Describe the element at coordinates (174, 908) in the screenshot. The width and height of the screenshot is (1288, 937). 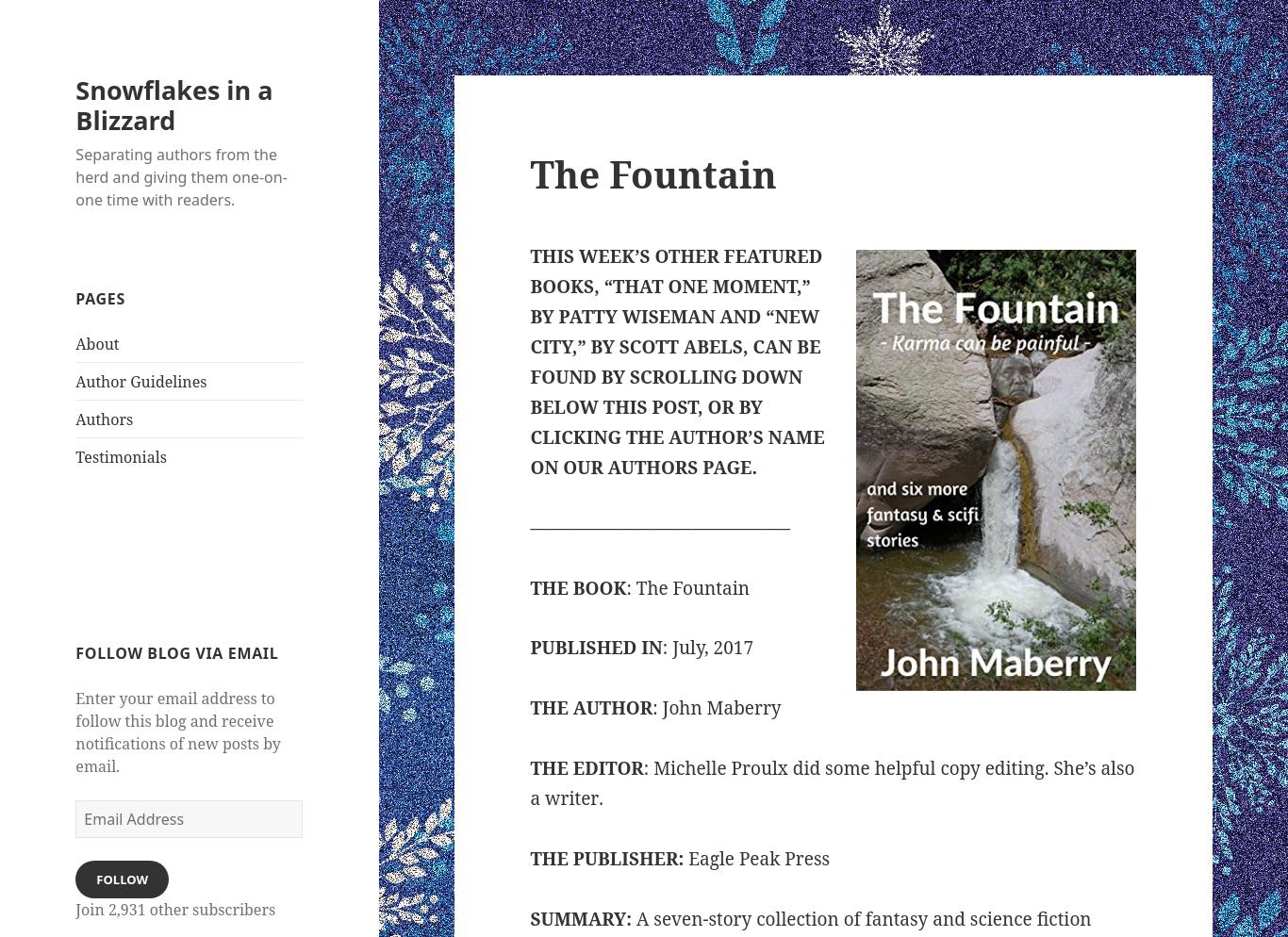
I see `'Join 2,931 other subscribers'` at that location.